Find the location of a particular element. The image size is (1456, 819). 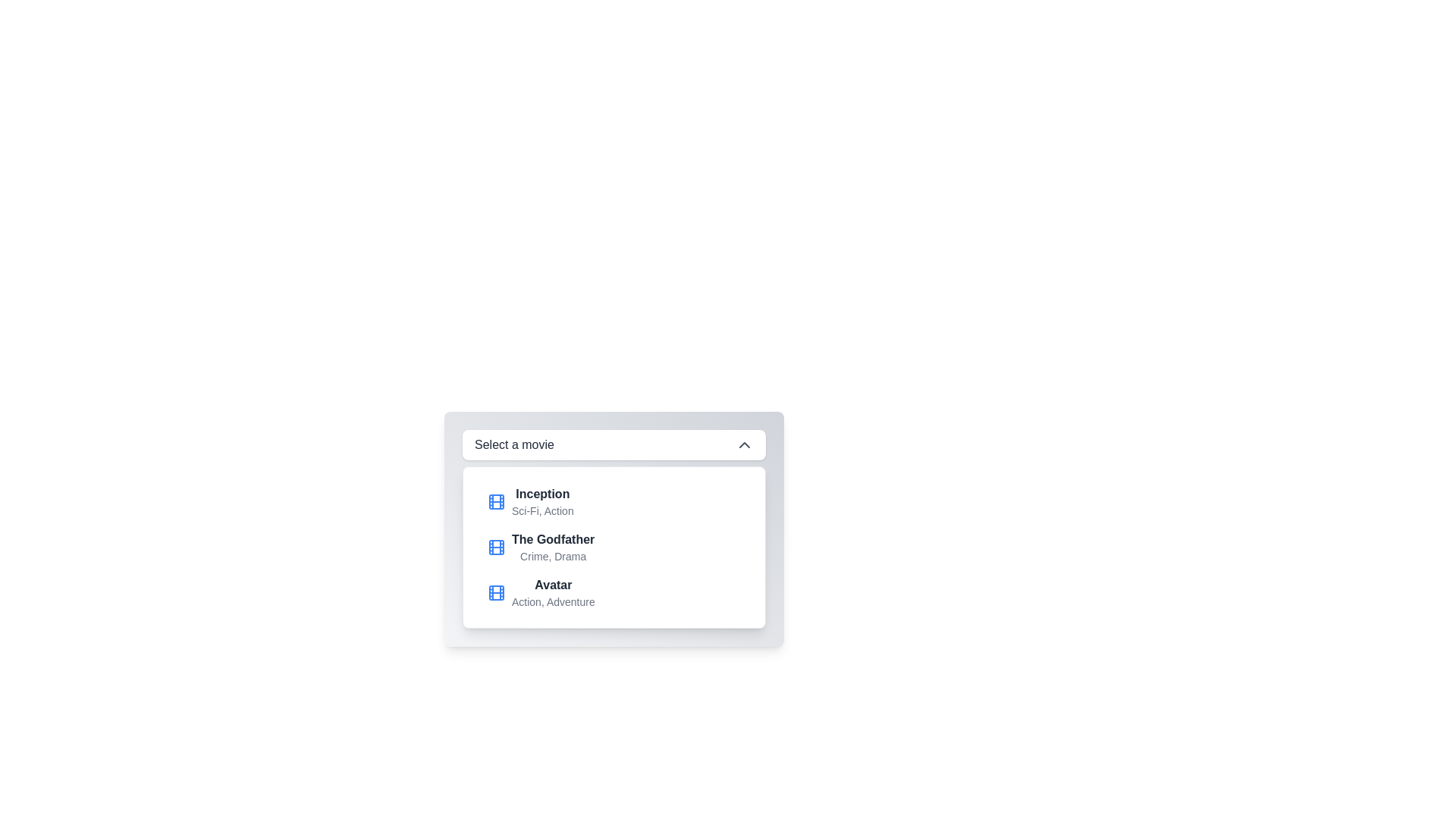

the text label displaying the genres associated with the movie 'Inception', positioned below the movie title and aligned horizontally with it is located at coordinates (542, 511).